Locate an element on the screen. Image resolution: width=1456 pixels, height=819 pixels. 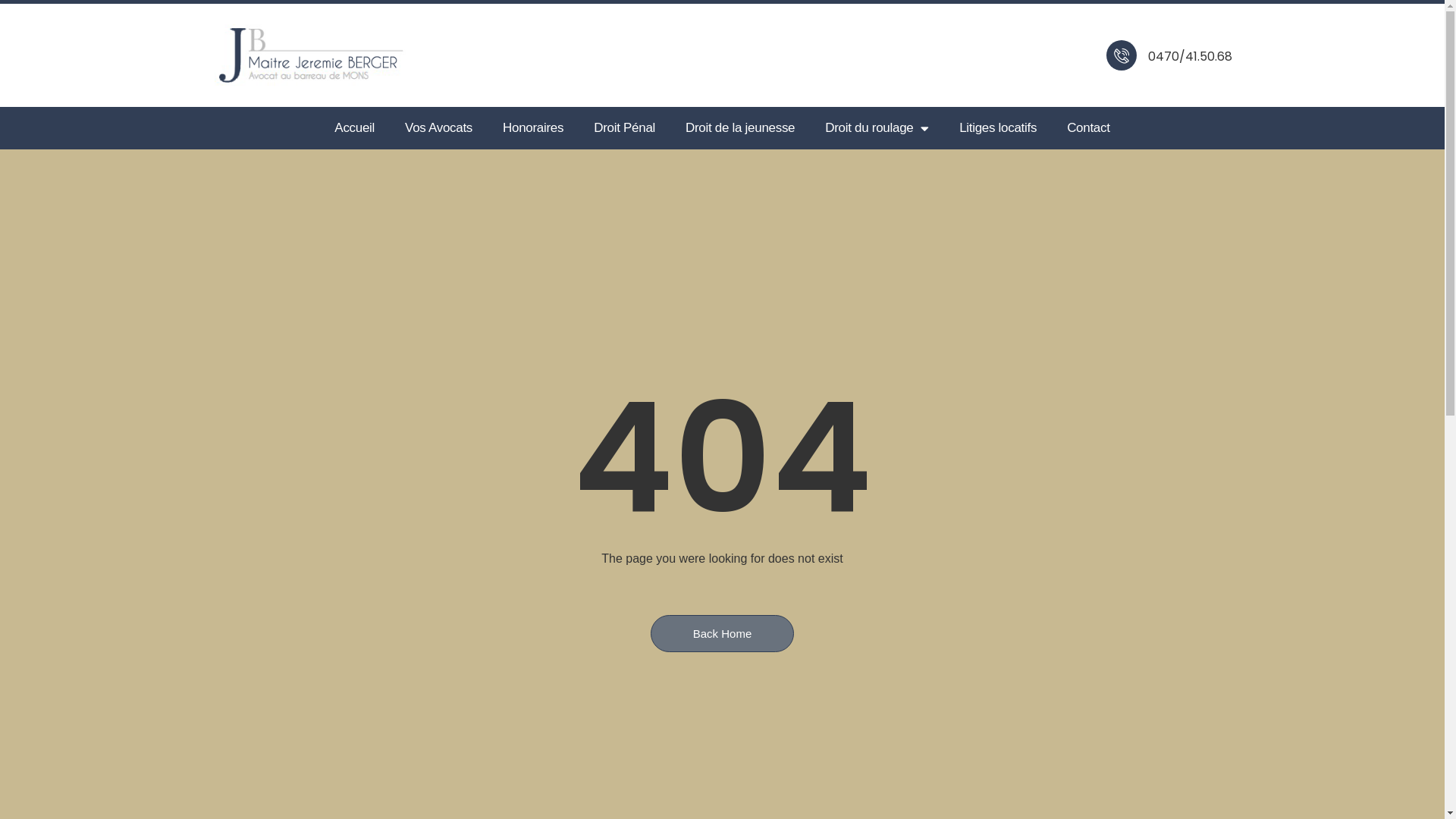
'Accueil' is located at coordinates (353, 127).